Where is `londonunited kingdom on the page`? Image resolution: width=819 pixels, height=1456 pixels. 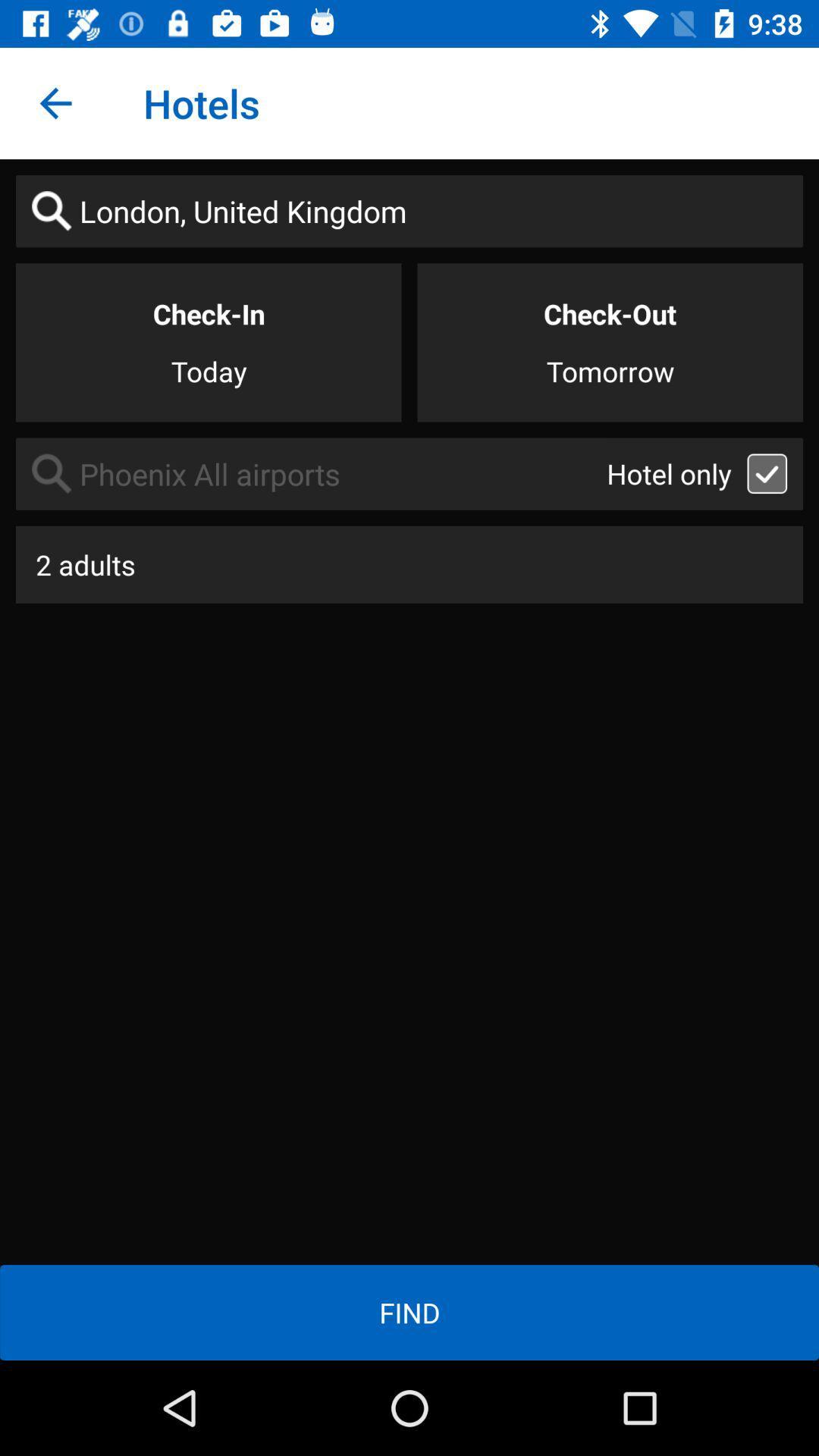
londonunited kingdom on the page is located at coordinates (409, 210).